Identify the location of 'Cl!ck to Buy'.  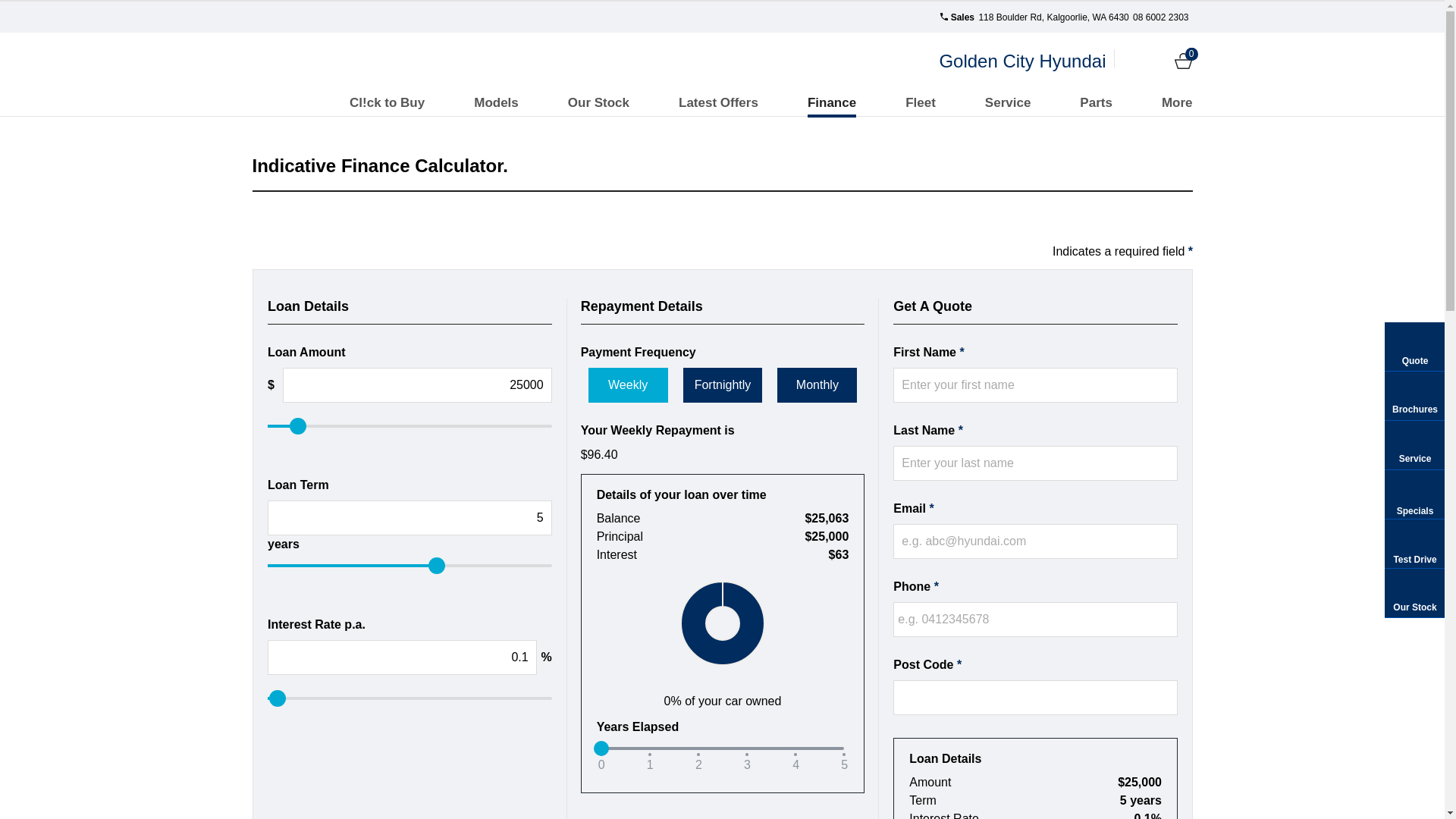
(387, 102).